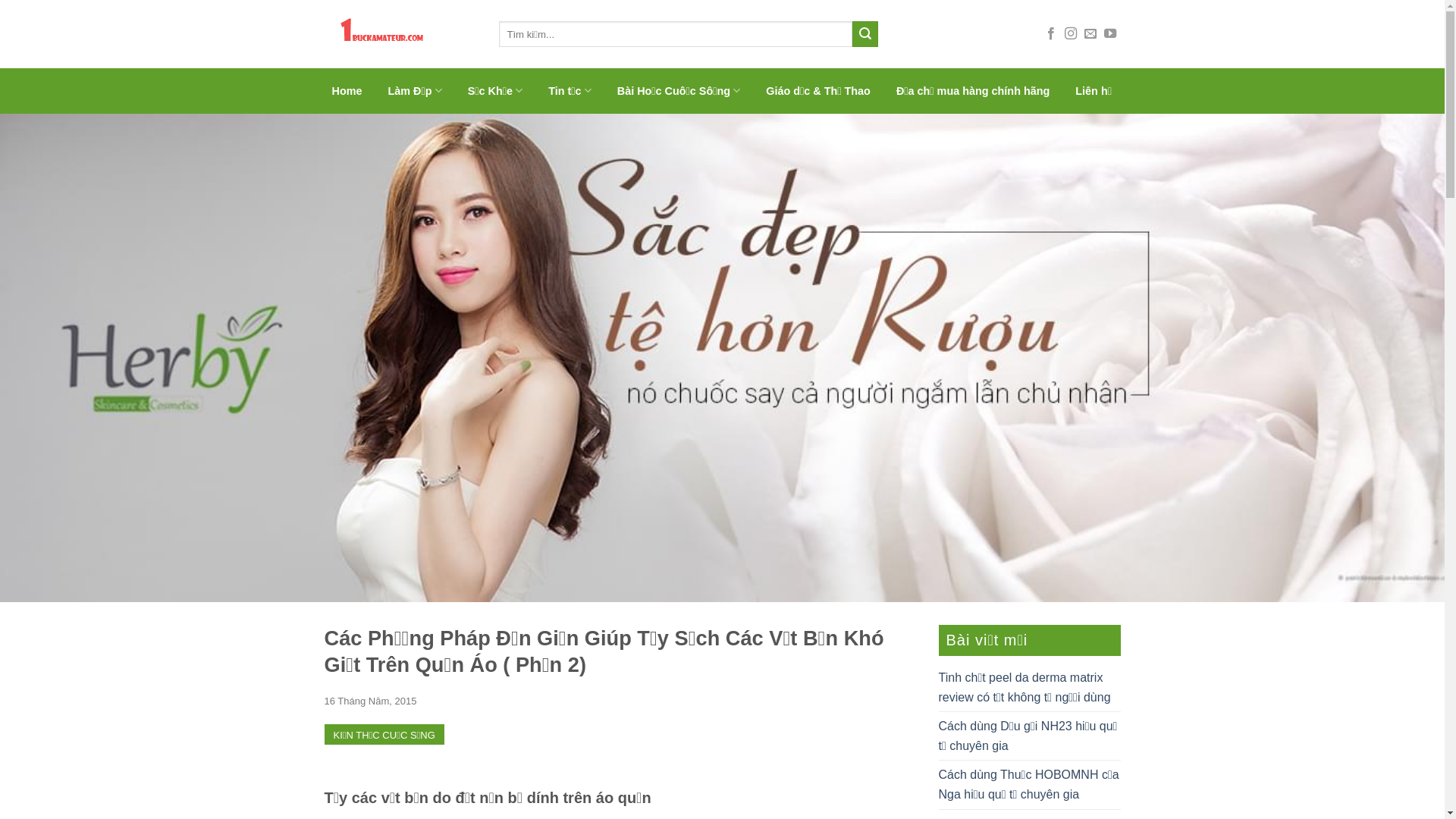  What do you see at coordinates (346, 90) in the screenshot?
I see `'Home'` at bounding box center [346, 90].